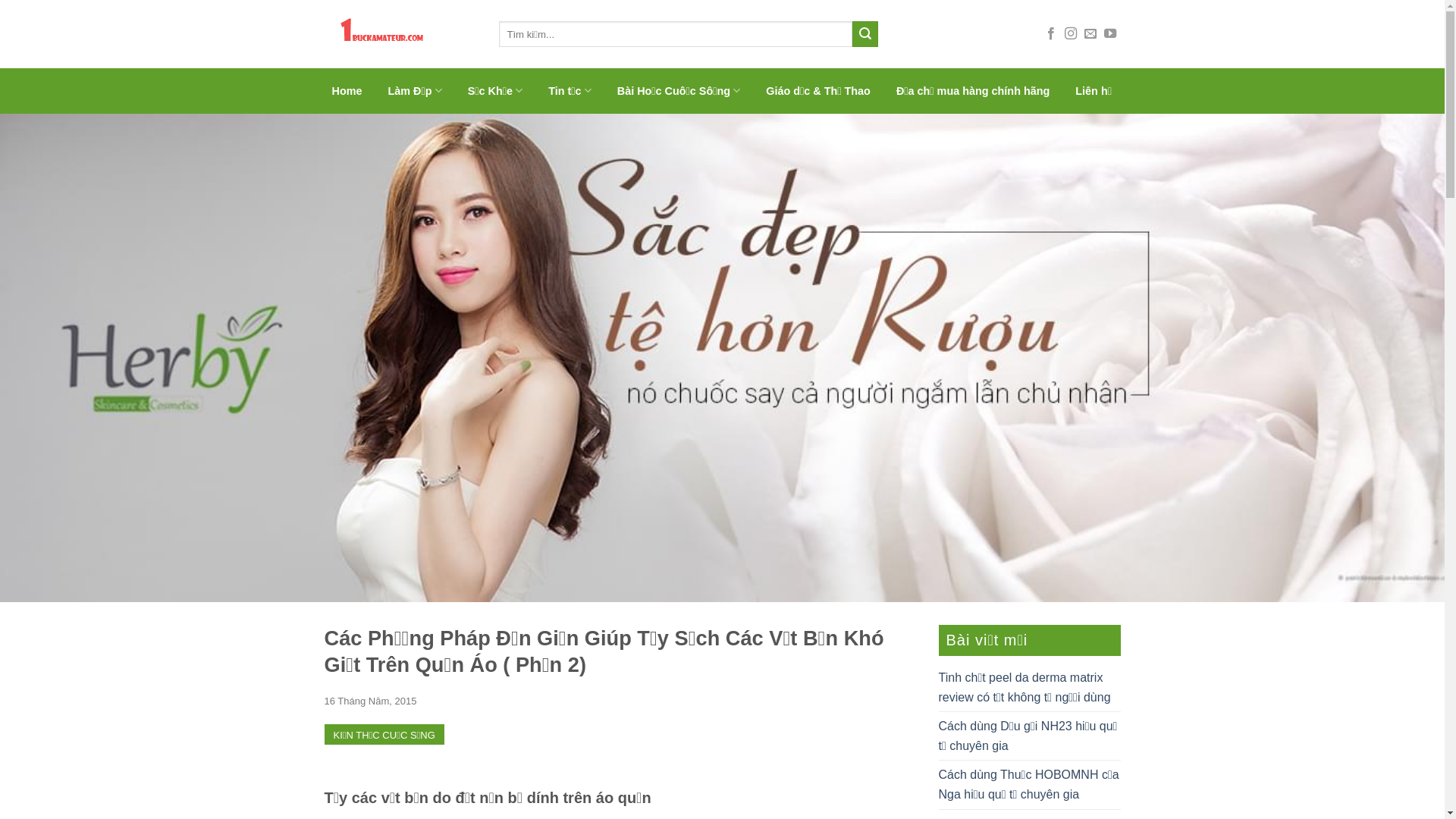  What do you see at coordinates (346, 90) in the screenshot?
I see `'Home'` at bounding box center [346, 90].